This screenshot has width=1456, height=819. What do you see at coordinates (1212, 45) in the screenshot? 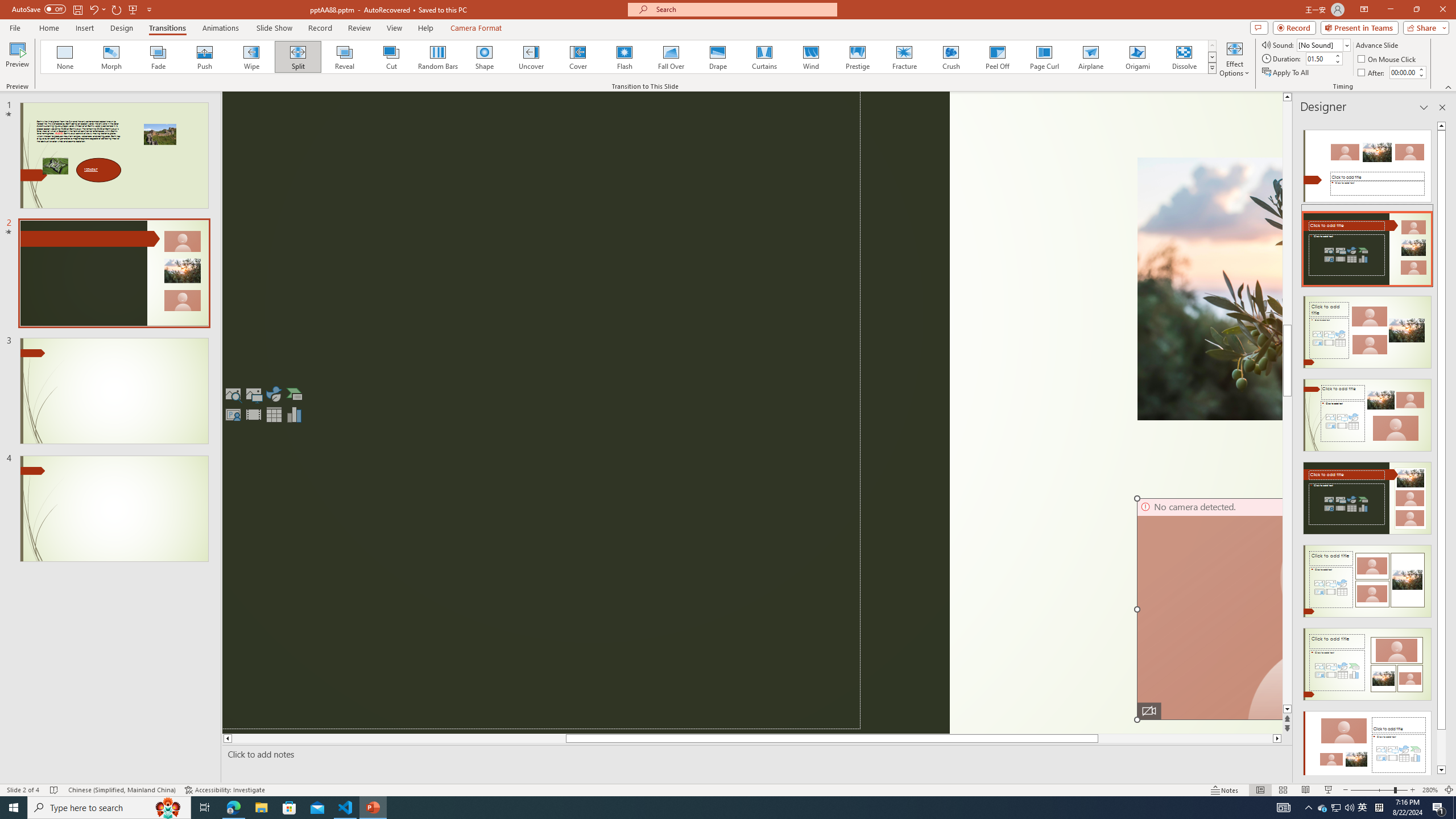
I see `'Row up'` at bounding box center [1212, 45].